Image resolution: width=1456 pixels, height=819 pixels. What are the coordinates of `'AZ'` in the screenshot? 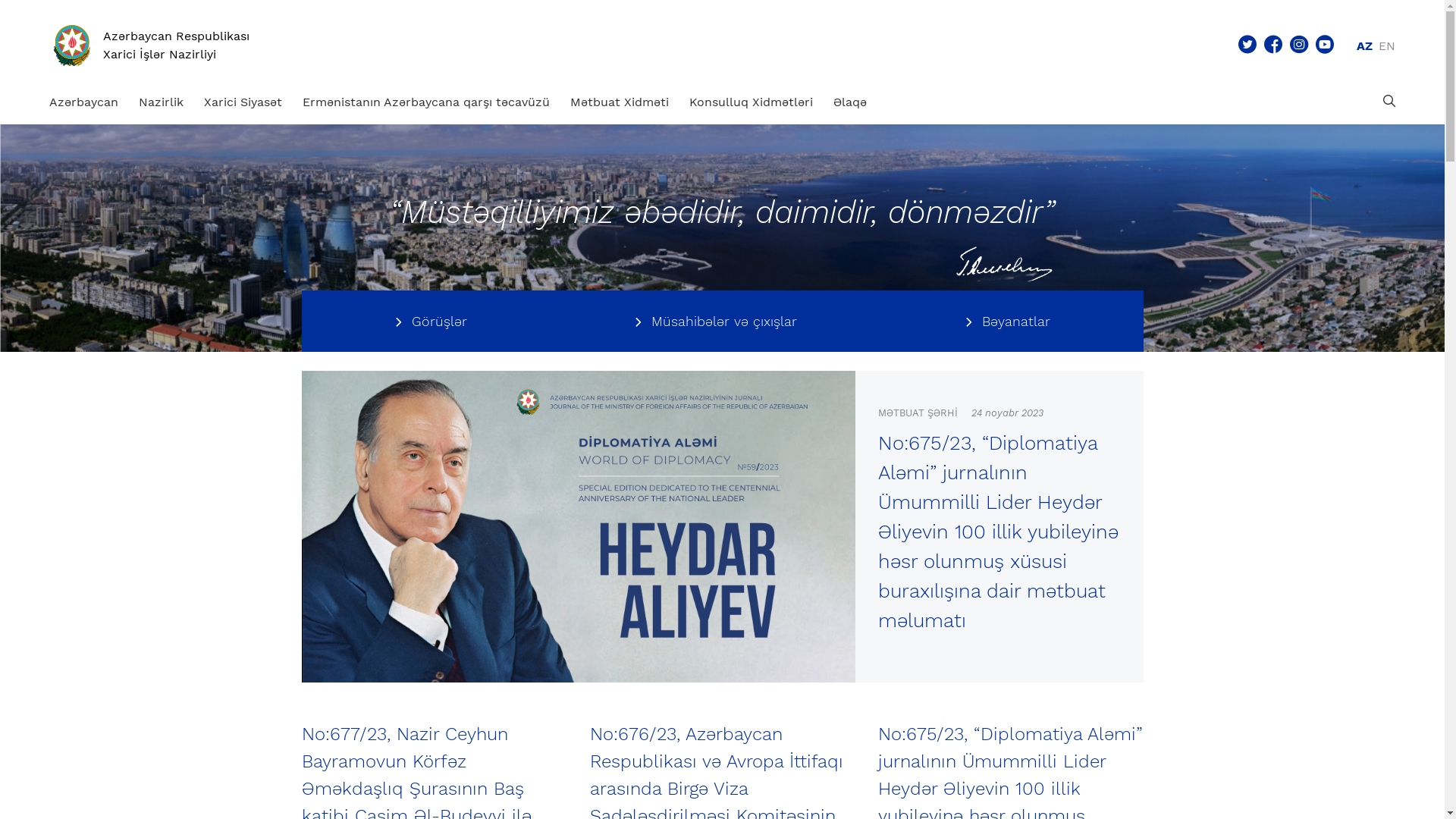 It's located at (1357, 44).